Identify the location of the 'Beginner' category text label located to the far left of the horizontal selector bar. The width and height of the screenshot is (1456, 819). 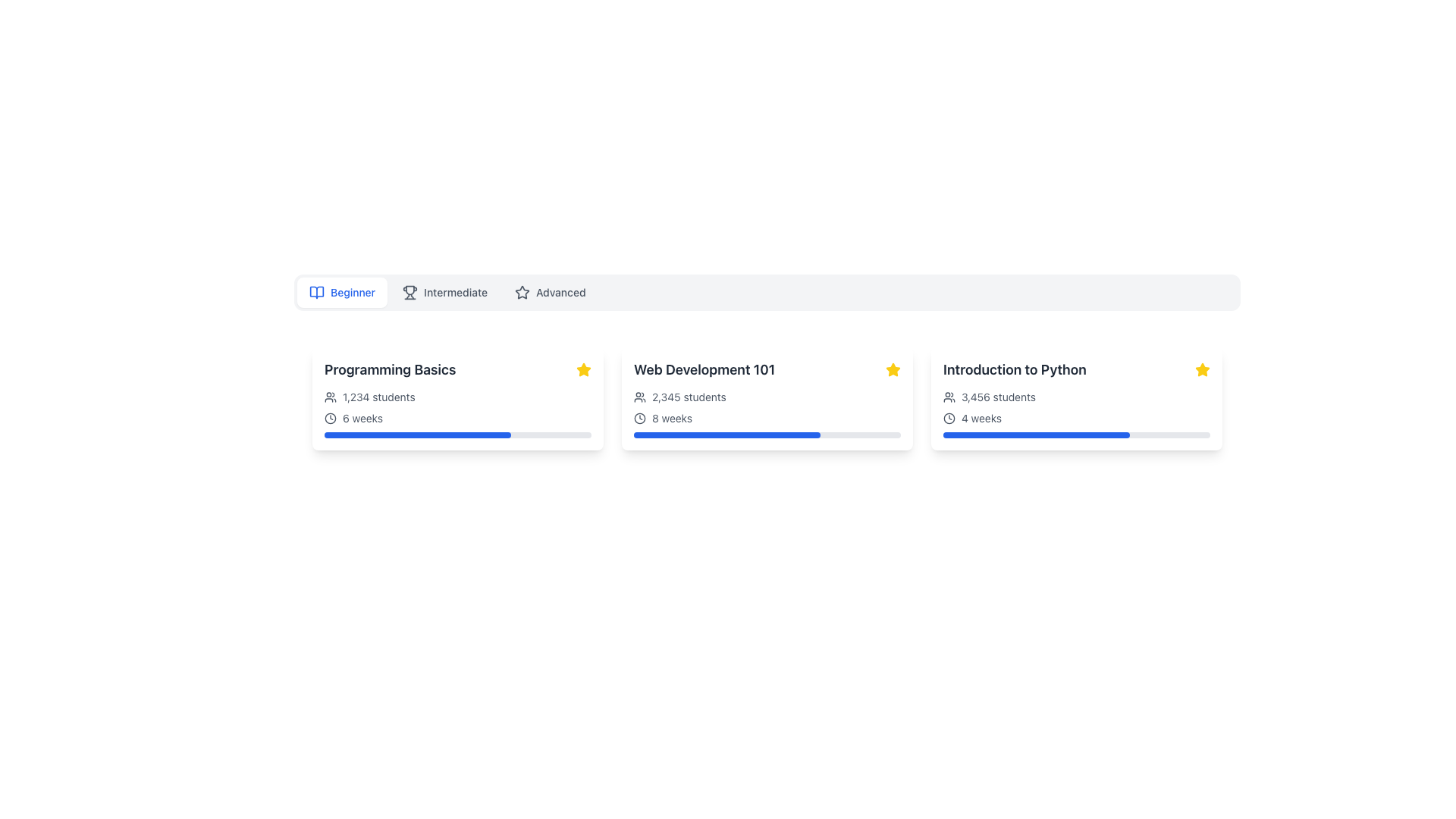
(352, 292).